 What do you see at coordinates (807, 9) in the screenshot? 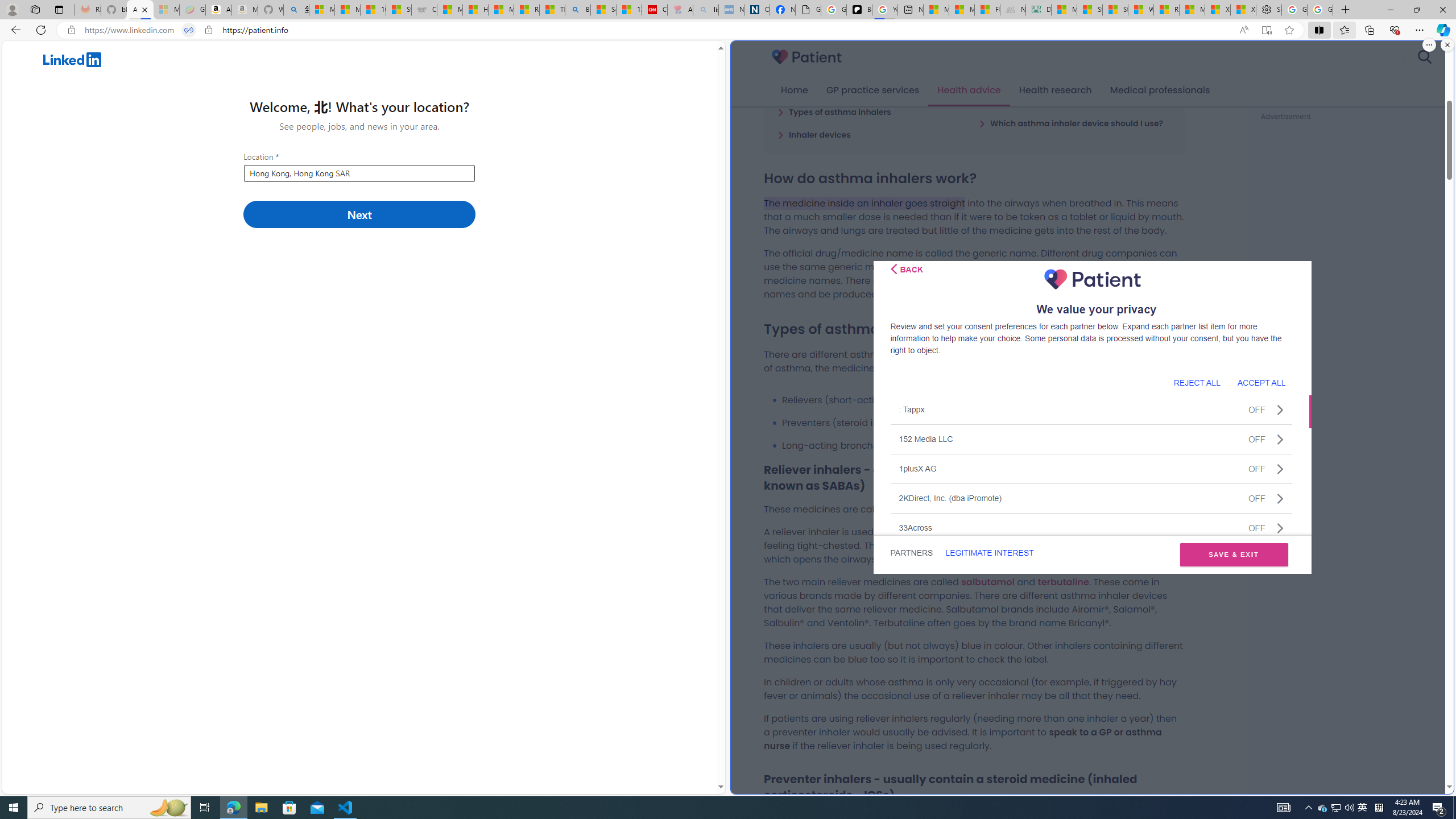
I see `'Google Analytics Opt-out Browser Add-on Download Page'` at bounding box center [807, 9].